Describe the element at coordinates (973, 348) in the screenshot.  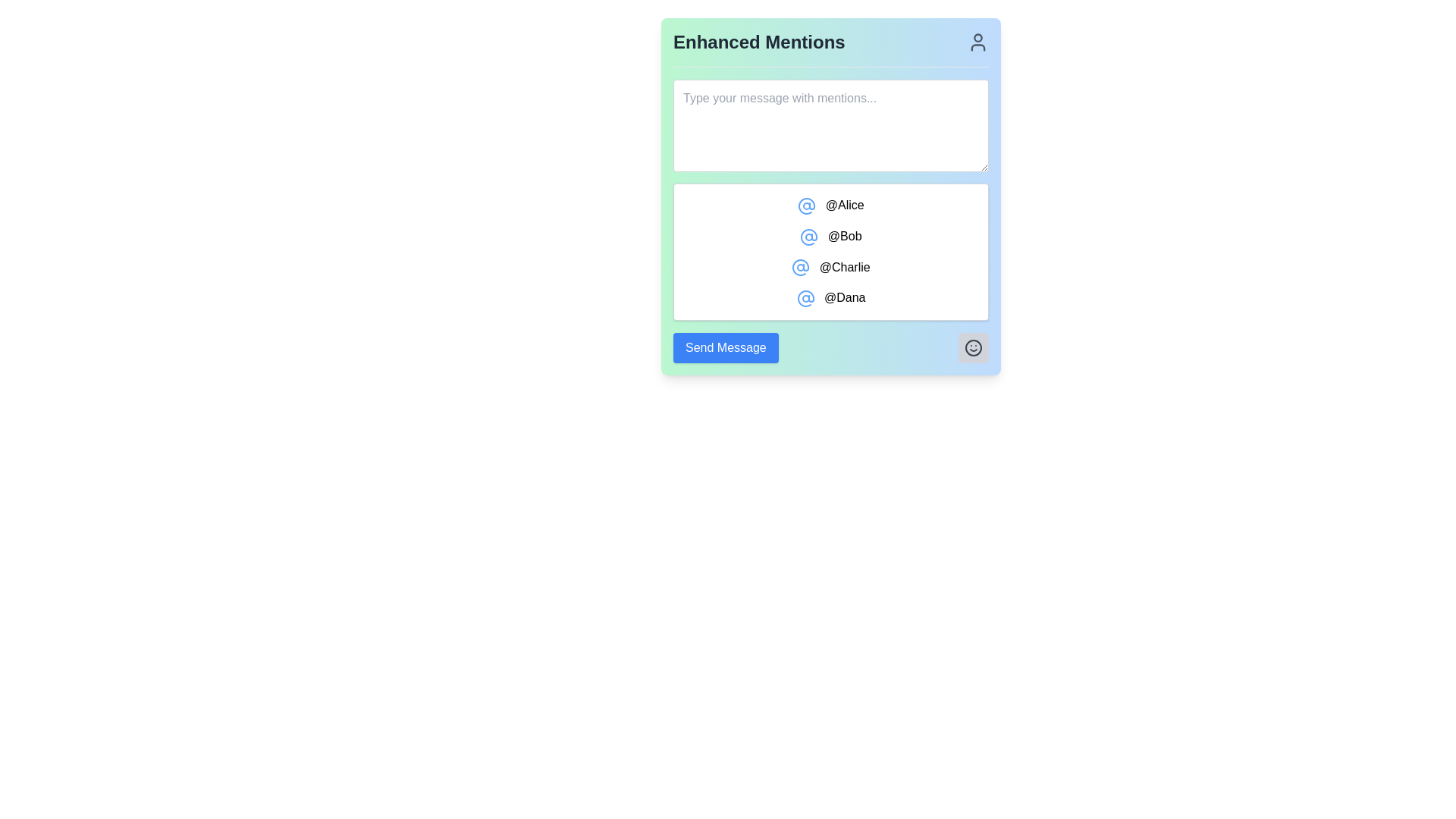
I see `the circular button with a neutral face icon located in the lower-right corner of the 'Enhanced Mentions' box` at that location.